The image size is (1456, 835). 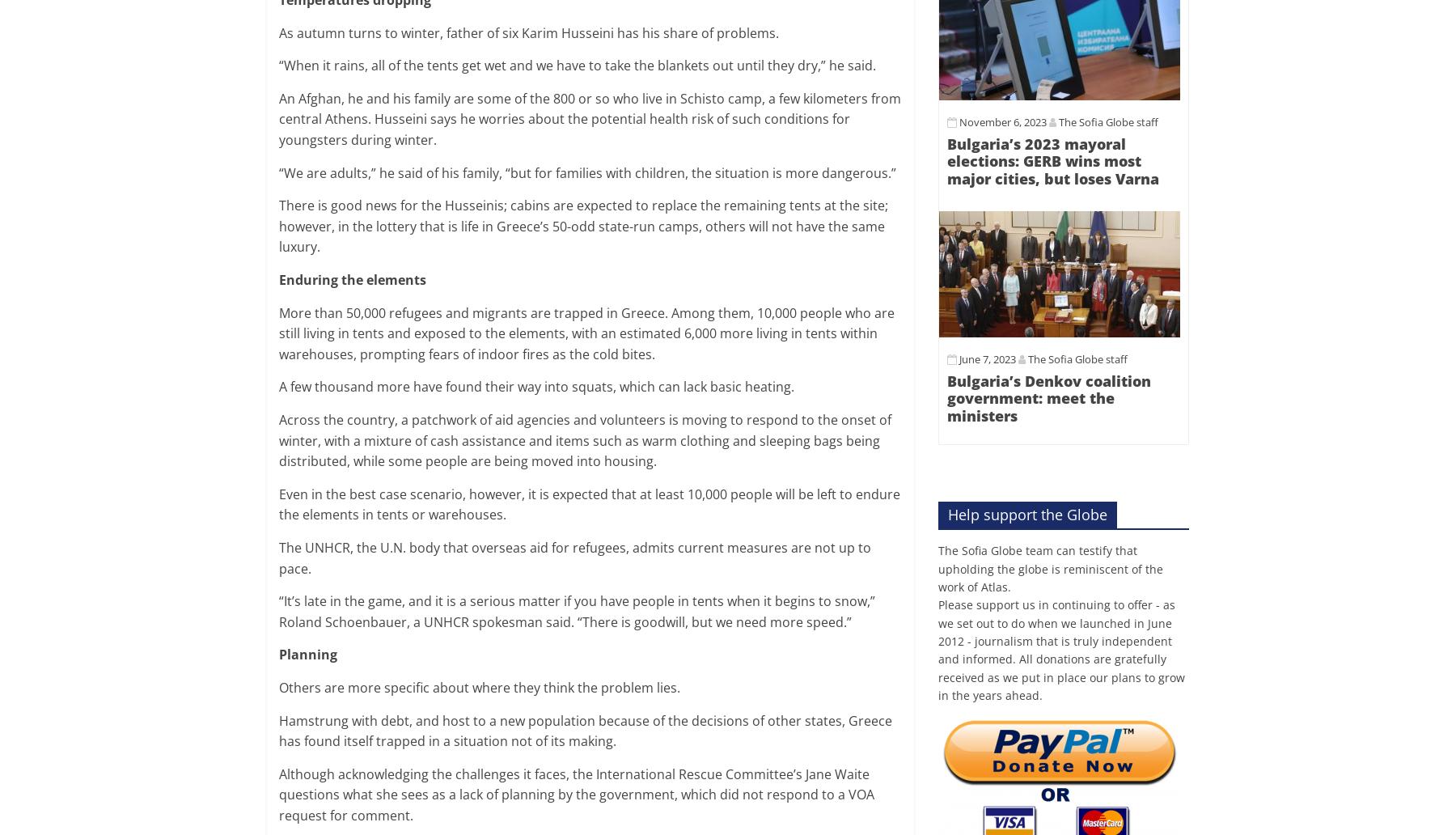 What do you see at coordinates (1051, 567) in the screenshot?
I see `'The Sofia Globe team can testify that upholding the globe is reminiscent of the work of Atlas.'` at bounding box center [1051, 567].